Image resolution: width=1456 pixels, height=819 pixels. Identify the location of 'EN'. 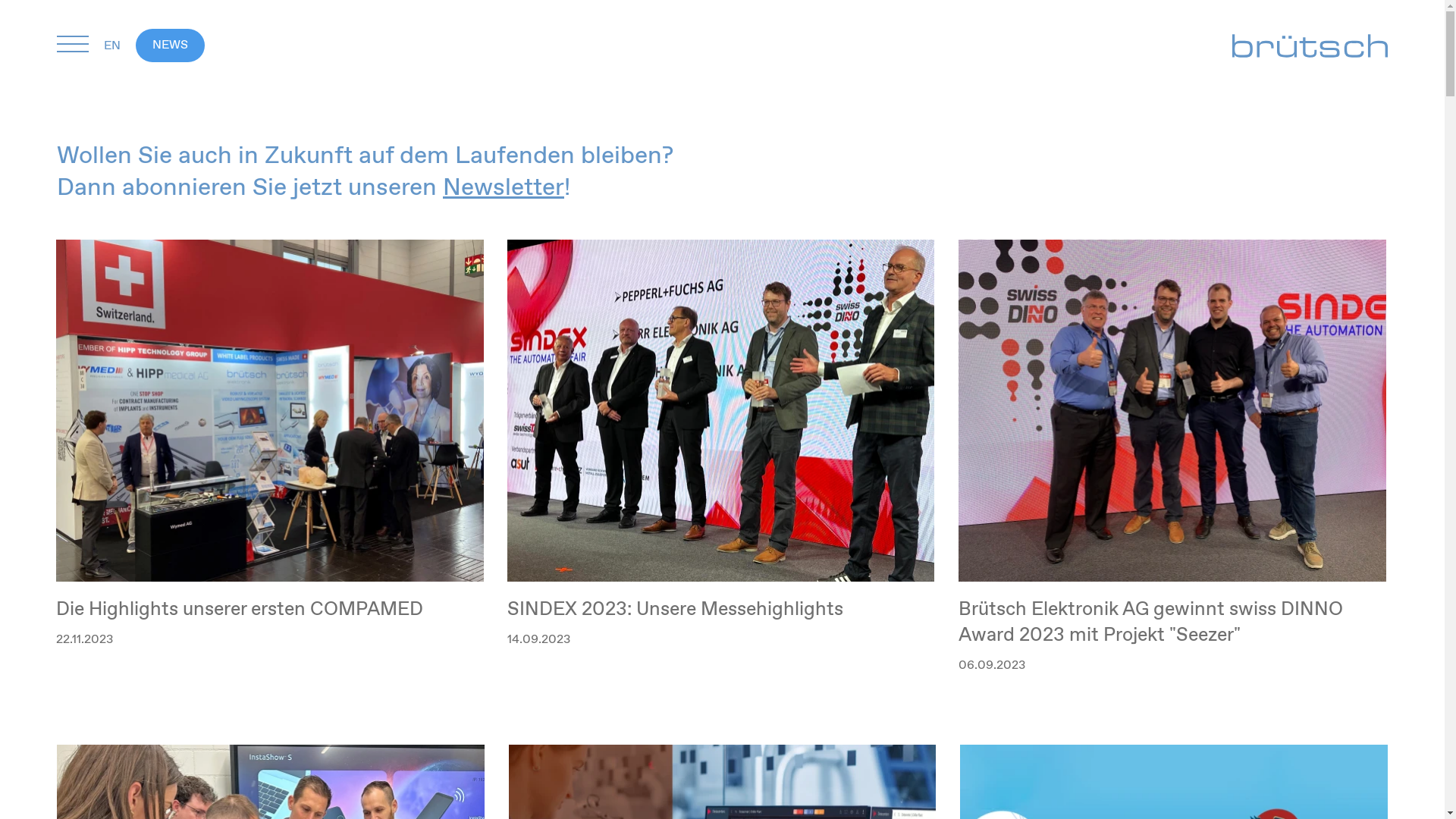
(119, 45).